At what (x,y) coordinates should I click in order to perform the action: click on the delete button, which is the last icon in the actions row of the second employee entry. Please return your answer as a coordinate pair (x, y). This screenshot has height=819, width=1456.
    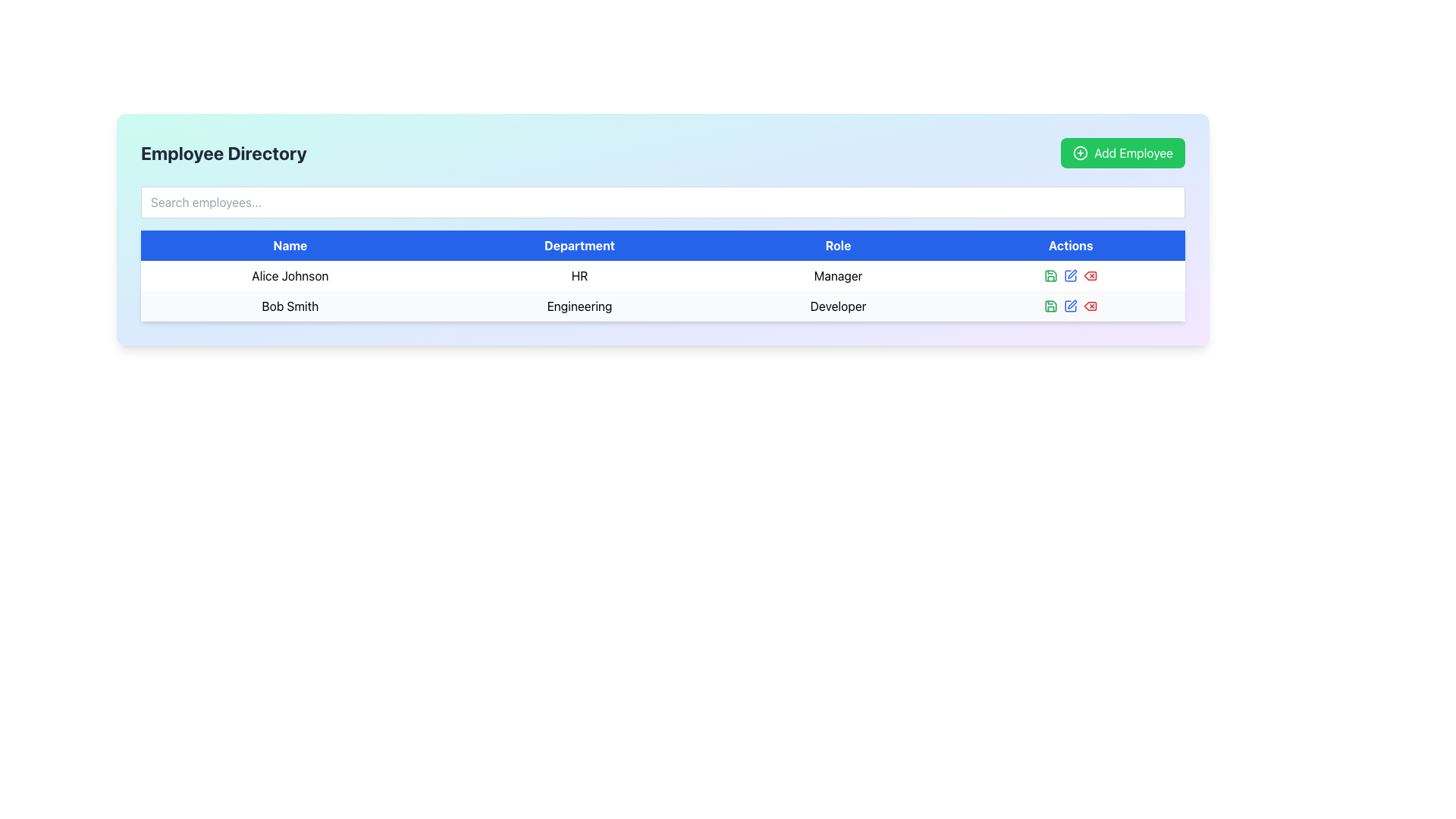
    Looking at the image, I should click on (1090, 306).